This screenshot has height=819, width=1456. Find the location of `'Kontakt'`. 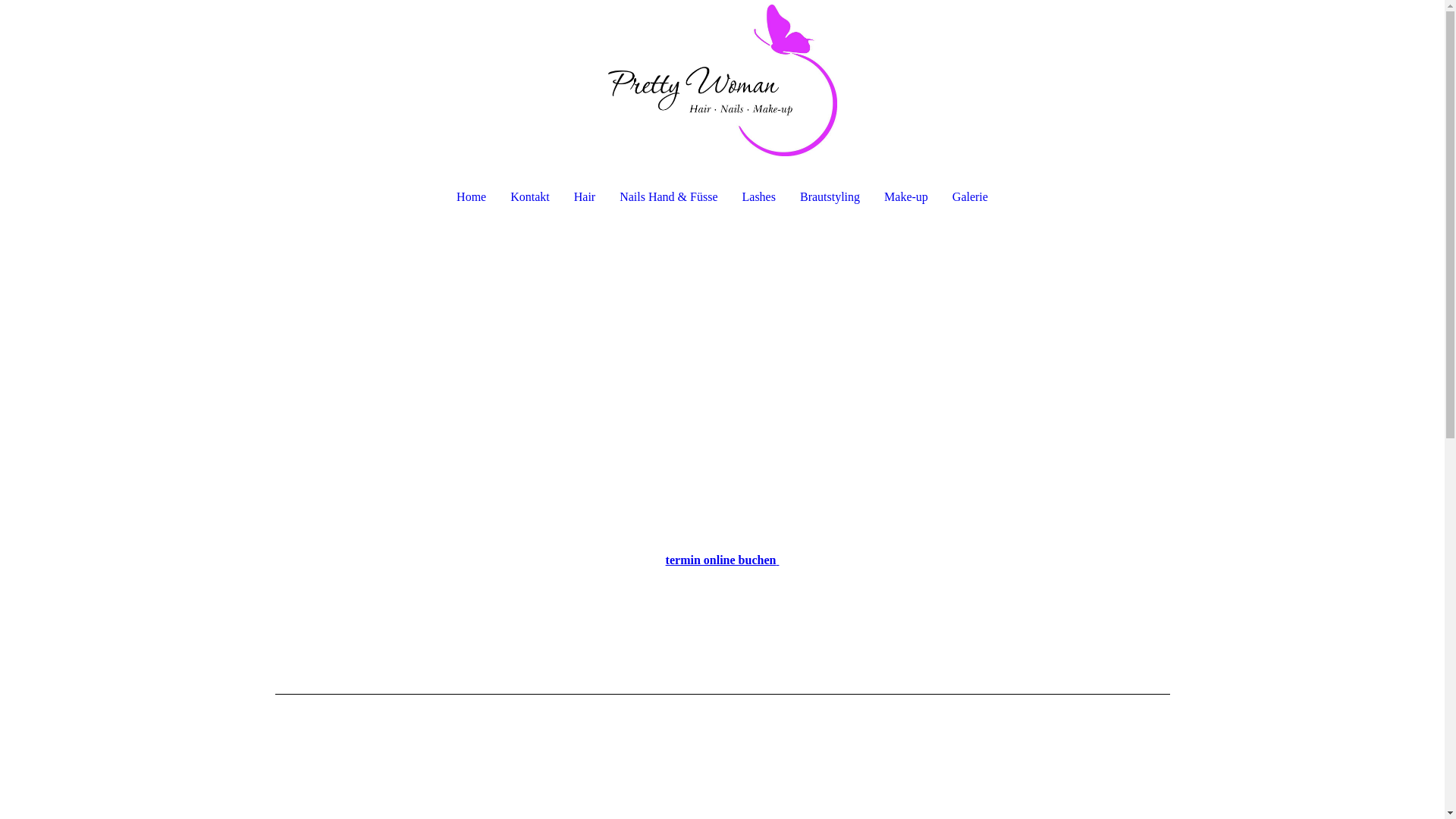

'Kontakt' is located at coordinates (530, 196).